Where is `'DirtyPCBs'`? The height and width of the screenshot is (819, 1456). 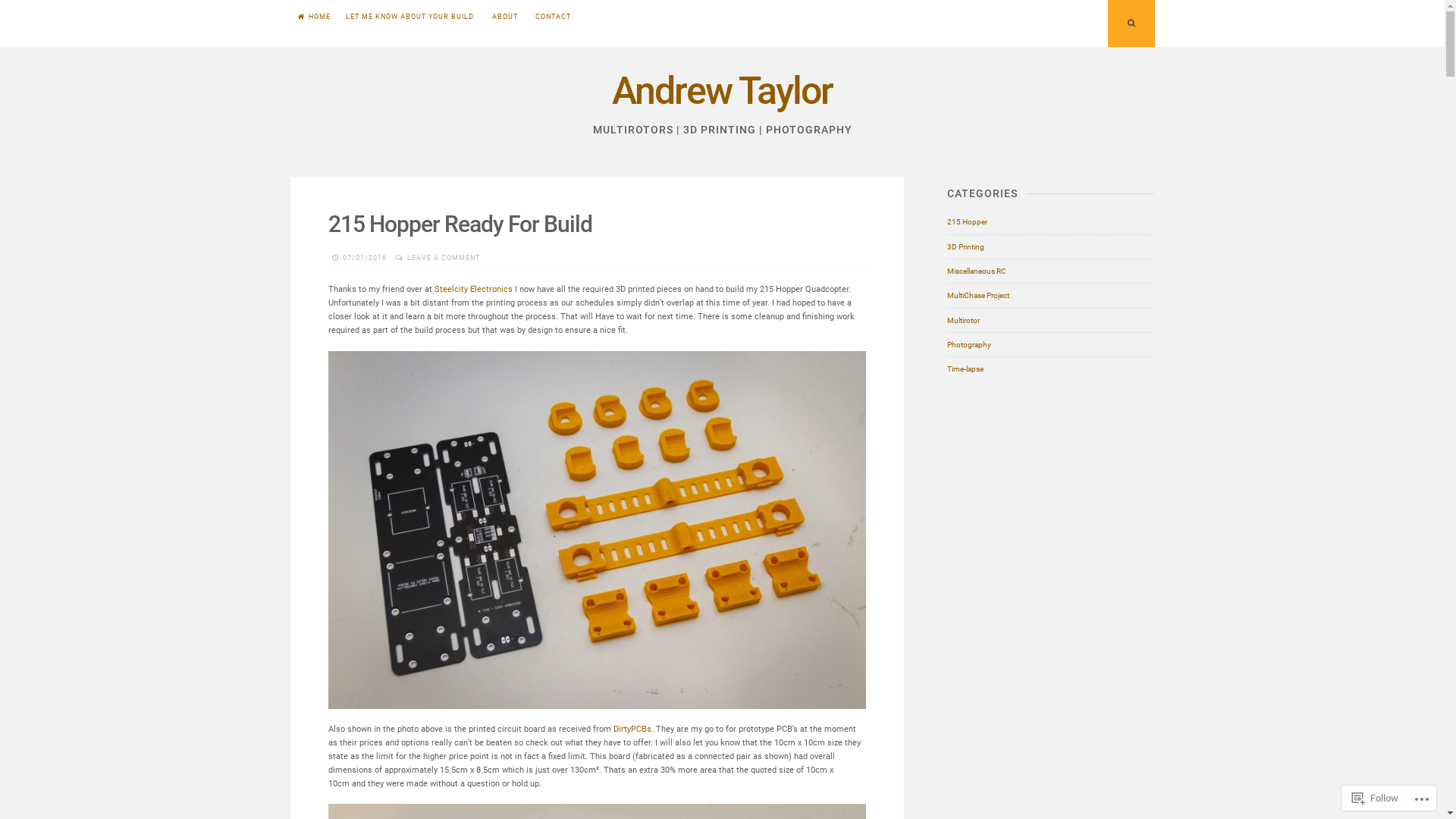
'DirtyPCBs' is located at coordinates (632, 728).